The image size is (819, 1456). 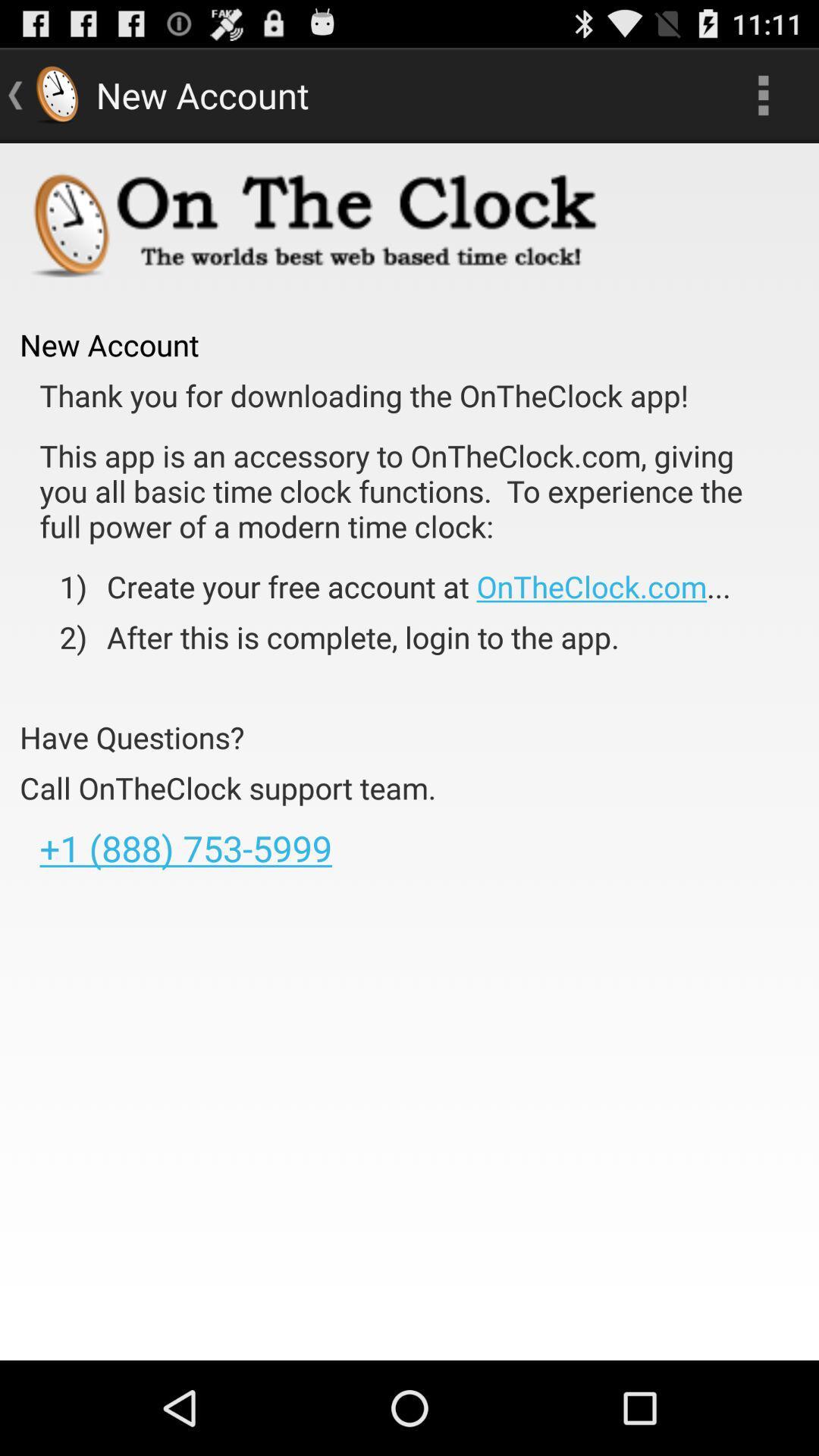 What do you see at coordinates (364, 395) in the screenshot?
I see `thank you for app` at bounding box center [364, 395].